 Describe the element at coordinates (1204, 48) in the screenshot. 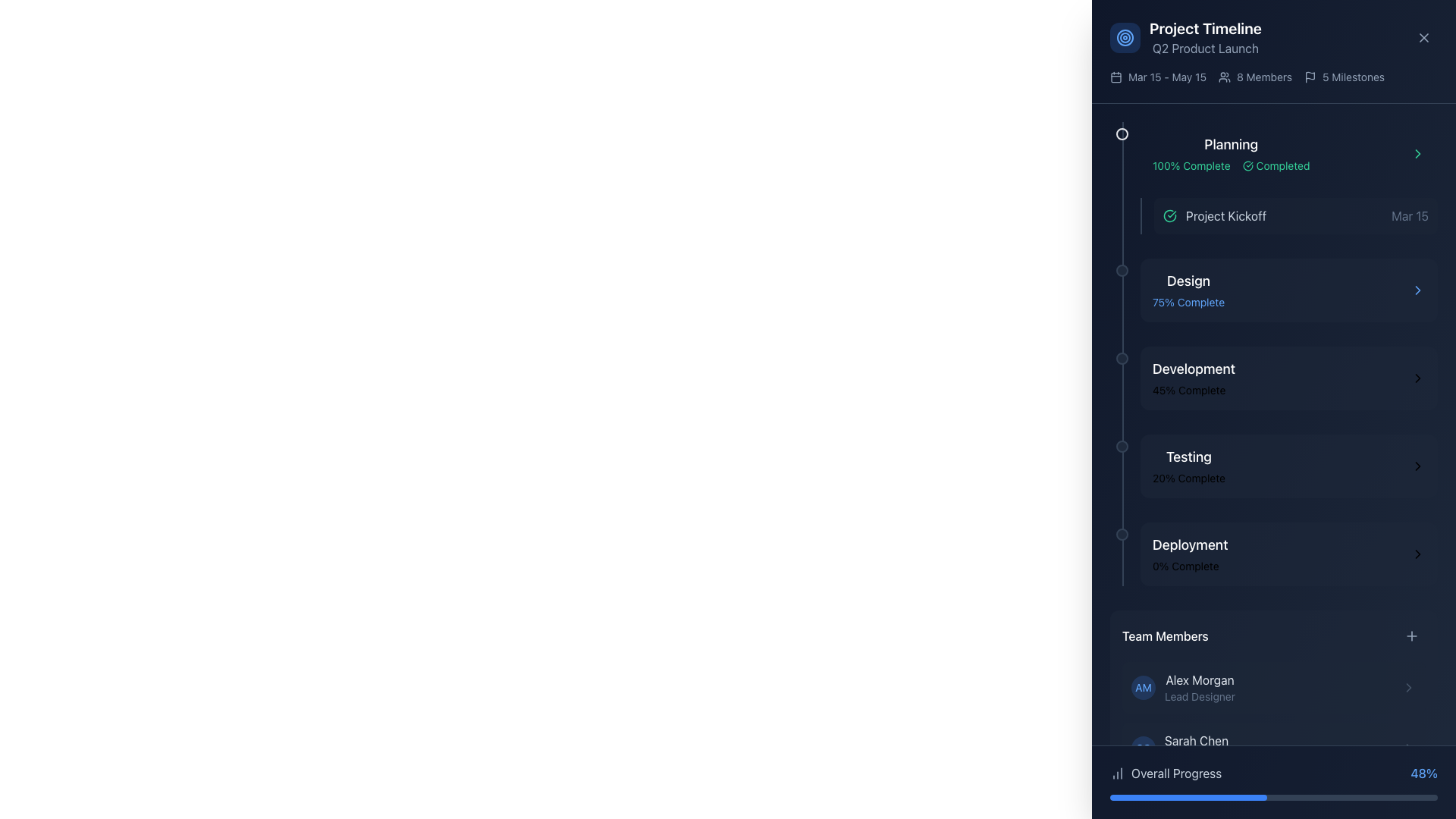

I see `the label or informational text situated in the header section, directly below the 'Project Timeline' text` at that location.